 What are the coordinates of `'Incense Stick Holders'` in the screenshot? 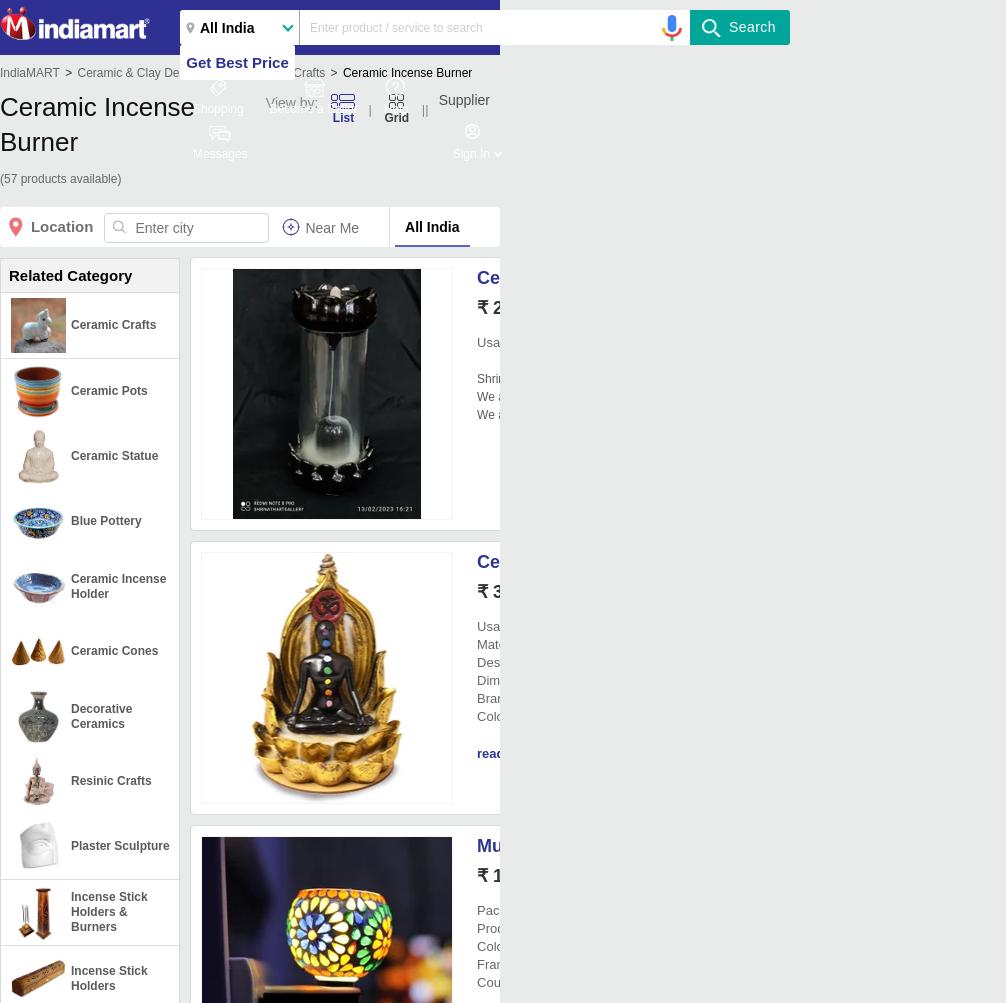 It's located at (108, 976).